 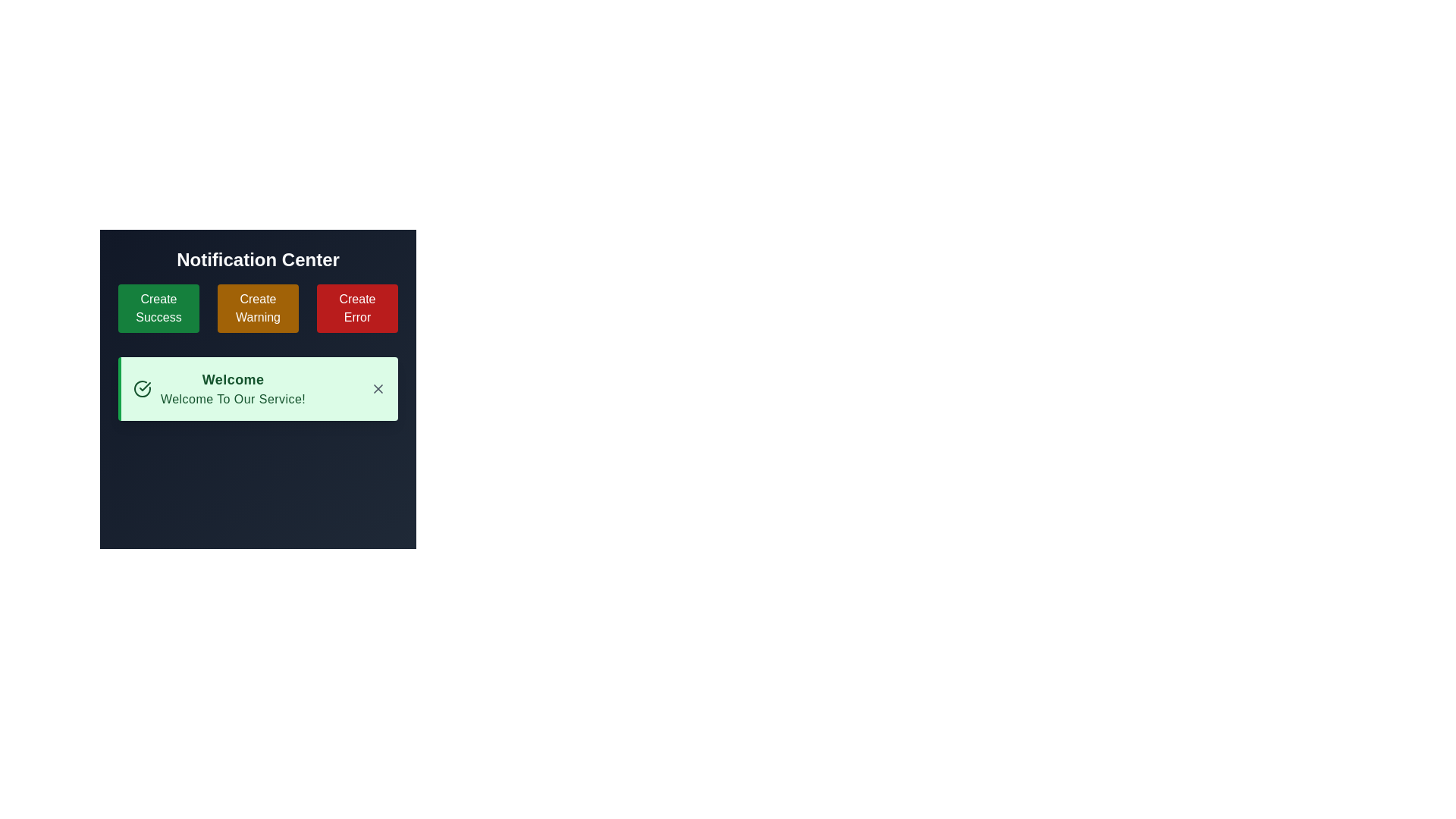 I want to click on the gray 'X' close button located in the top-right corner of the notification card that contains the text 'Welcome to our service!', so click(x=378, y=388).